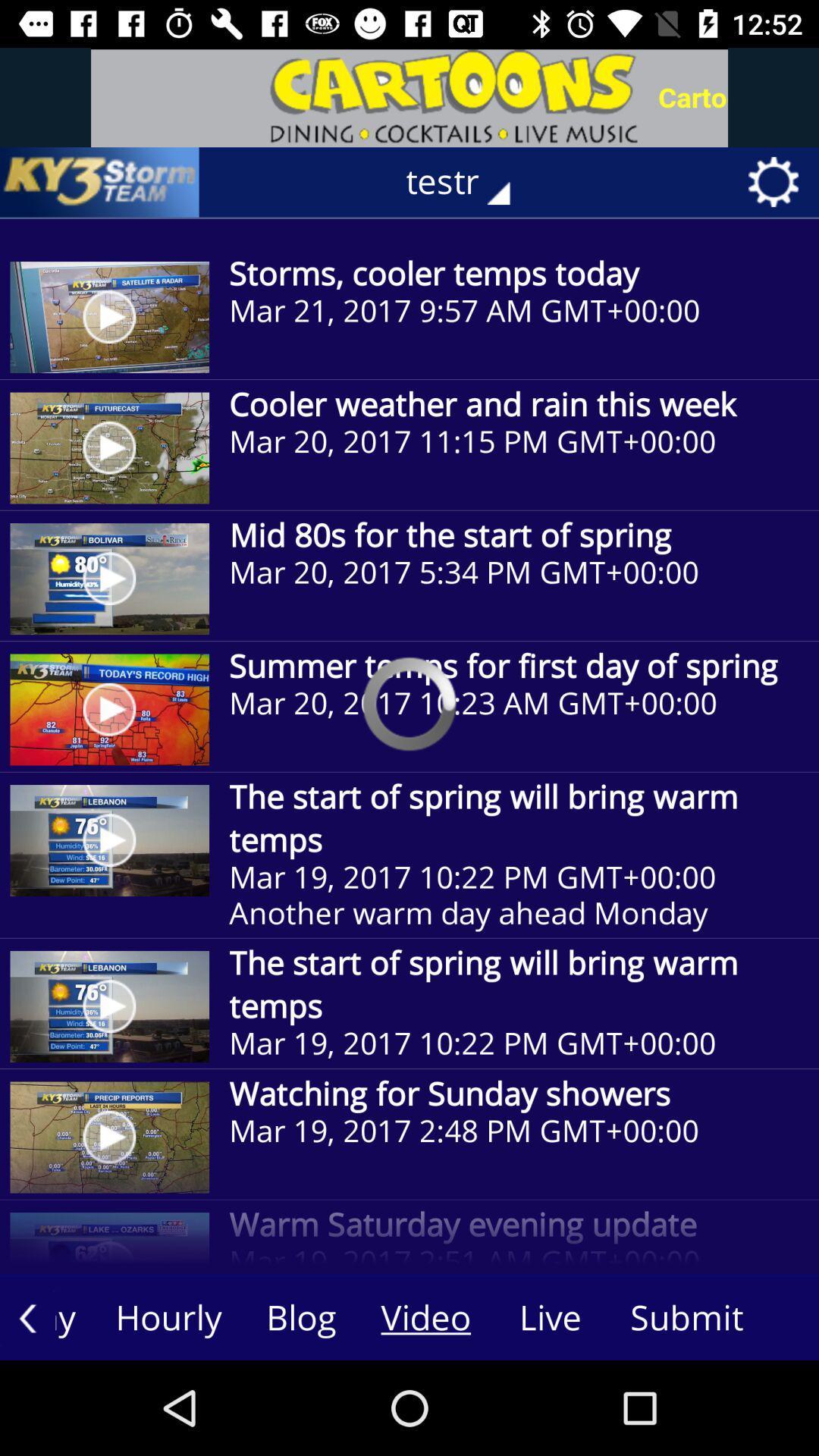 This screenshot has width=819, height=1456. I want to click on the arrow_backward icon, so click(27, 1317).